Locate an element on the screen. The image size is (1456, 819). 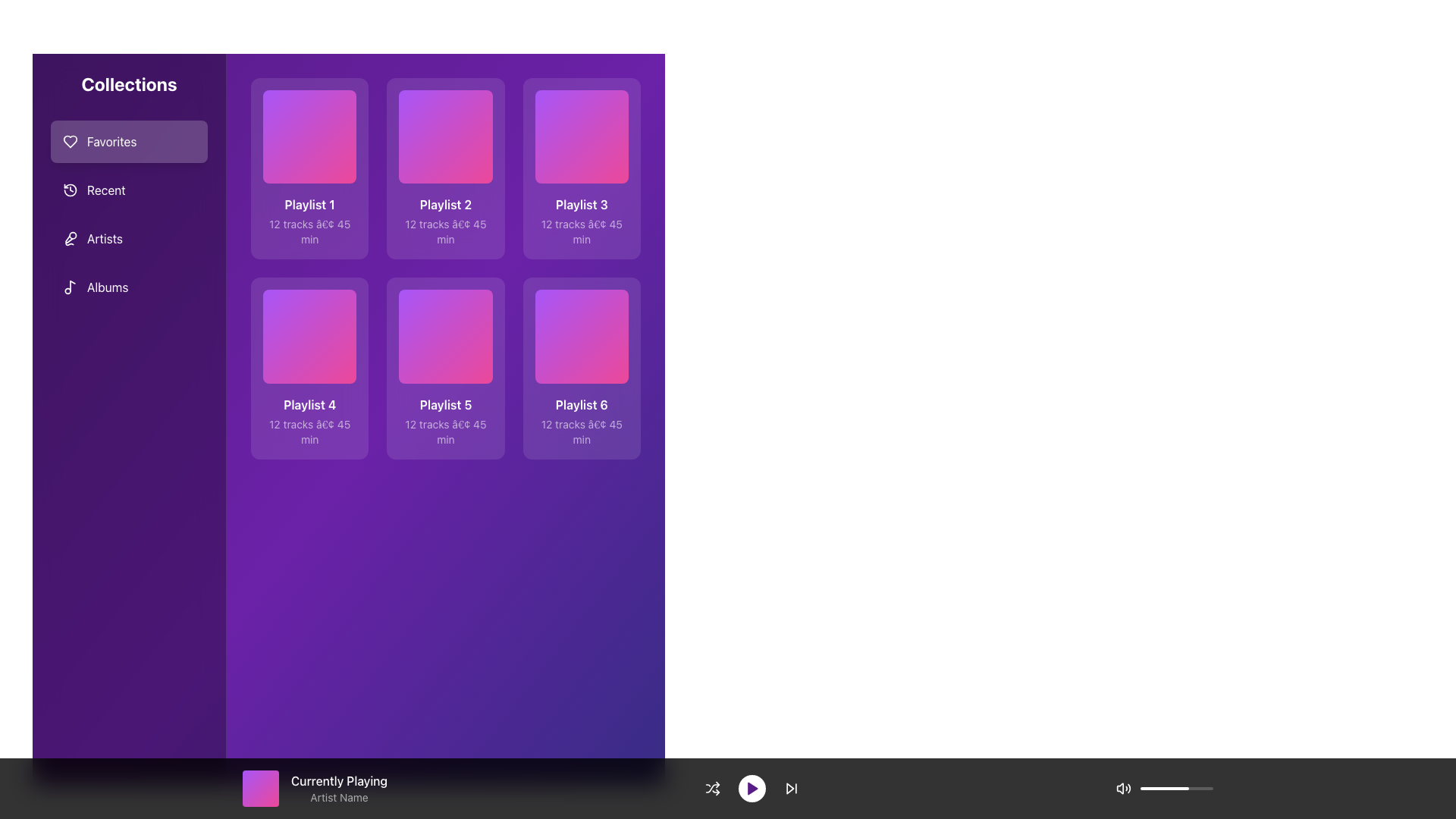
the Information Display Section at the bottom center of the application interface, which shows the currently playing music track title and artist's name is located at coordinates (728, 788).